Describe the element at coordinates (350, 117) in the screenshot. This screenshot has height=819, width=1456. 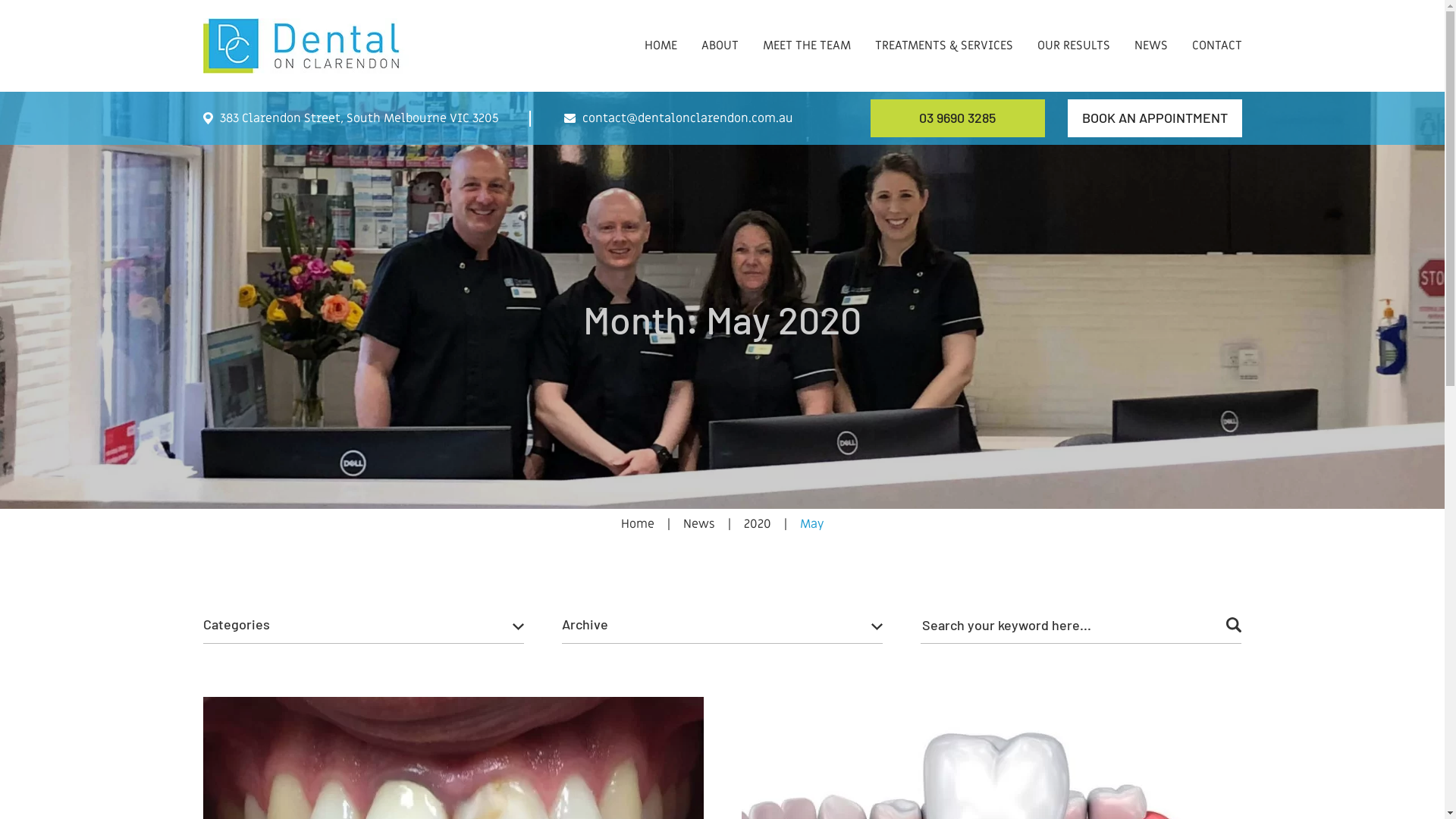
I see `'383 Clarendon Street, South Melbourne VIC 3205'` at that location.